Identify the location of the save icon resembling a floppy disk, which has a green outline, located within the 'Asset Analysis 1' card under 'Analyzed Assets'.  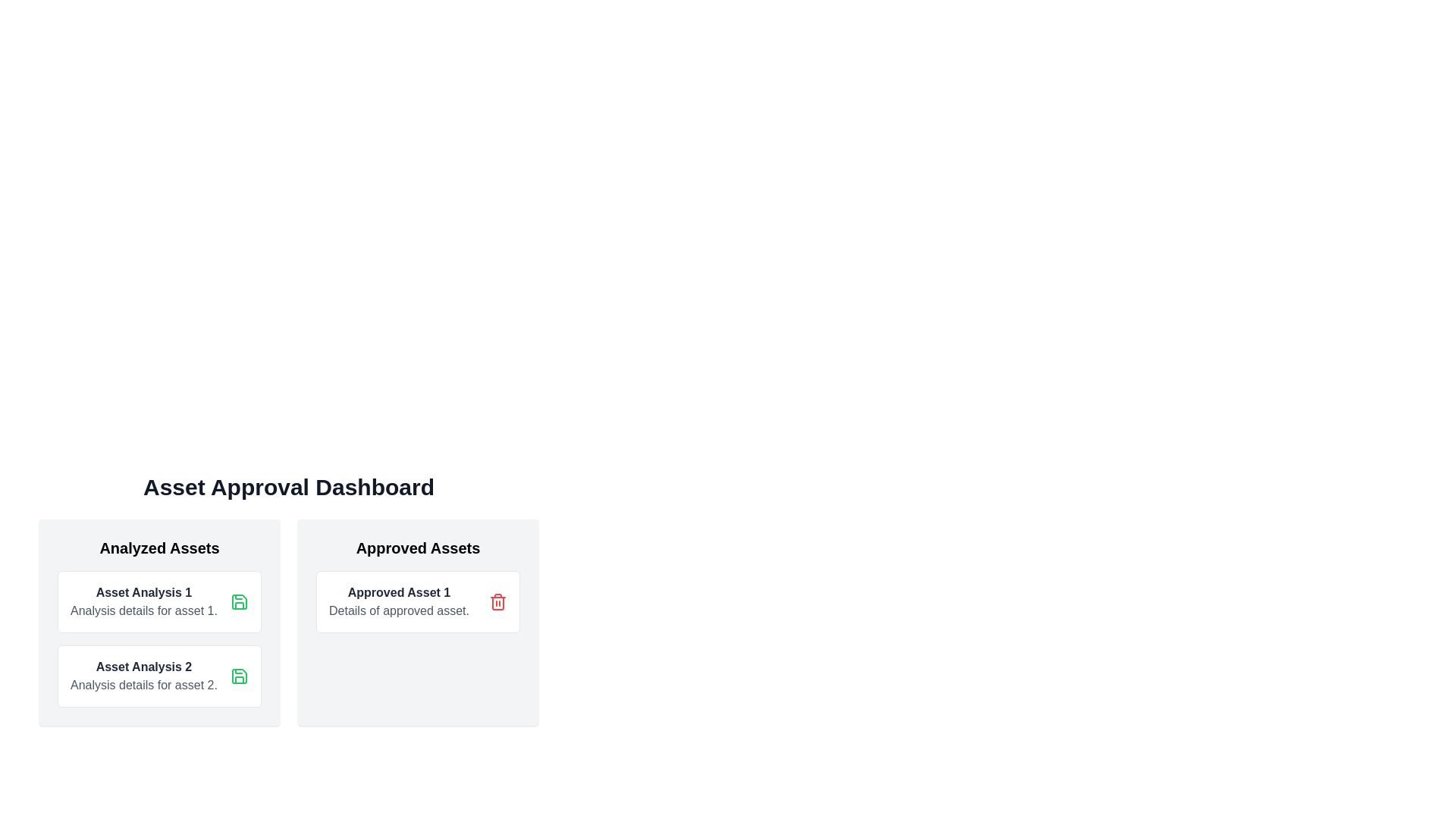
(239, 675).